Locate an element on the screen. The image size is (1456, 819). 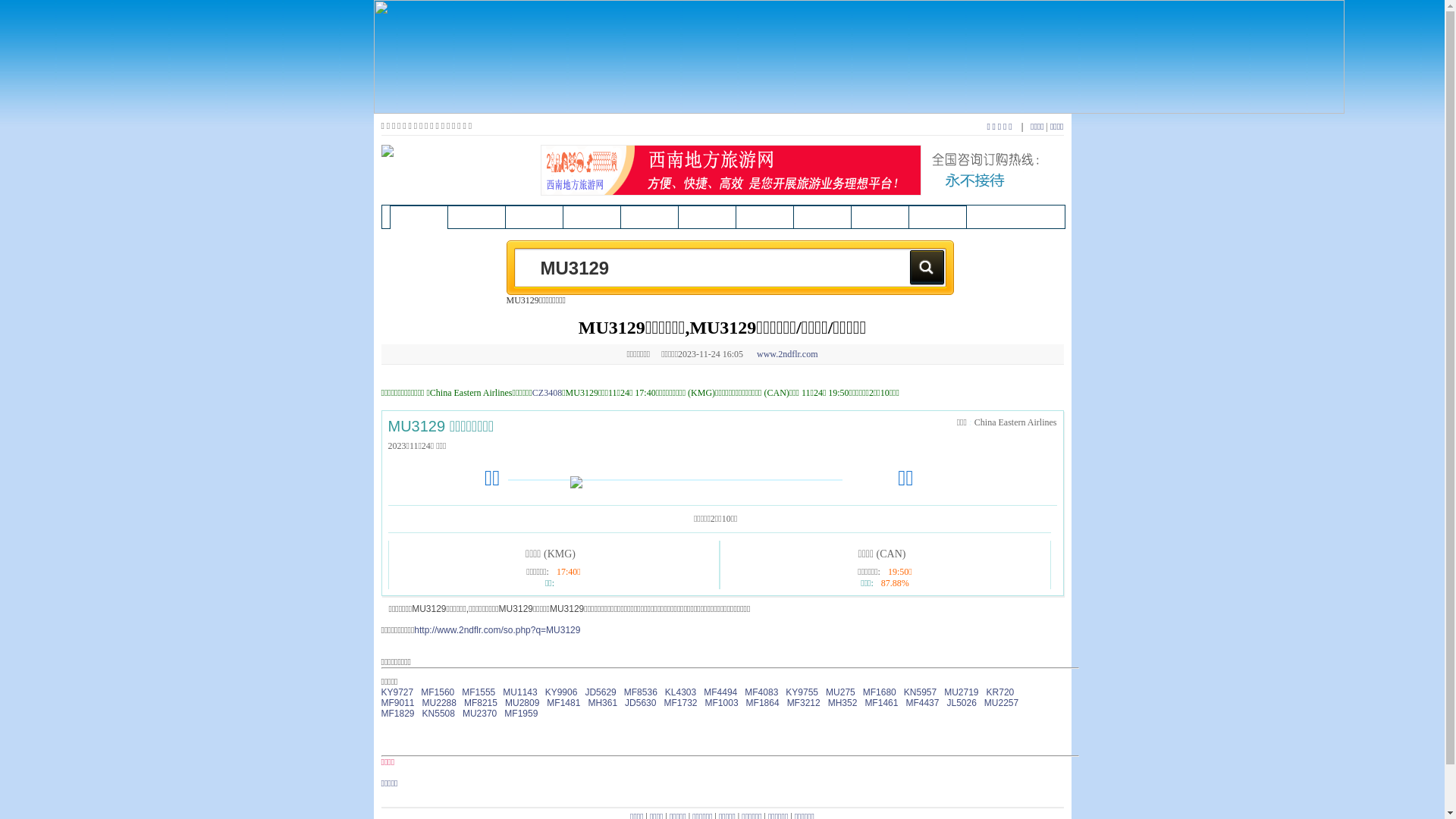
'Search' is located at coordinates (915, 265).